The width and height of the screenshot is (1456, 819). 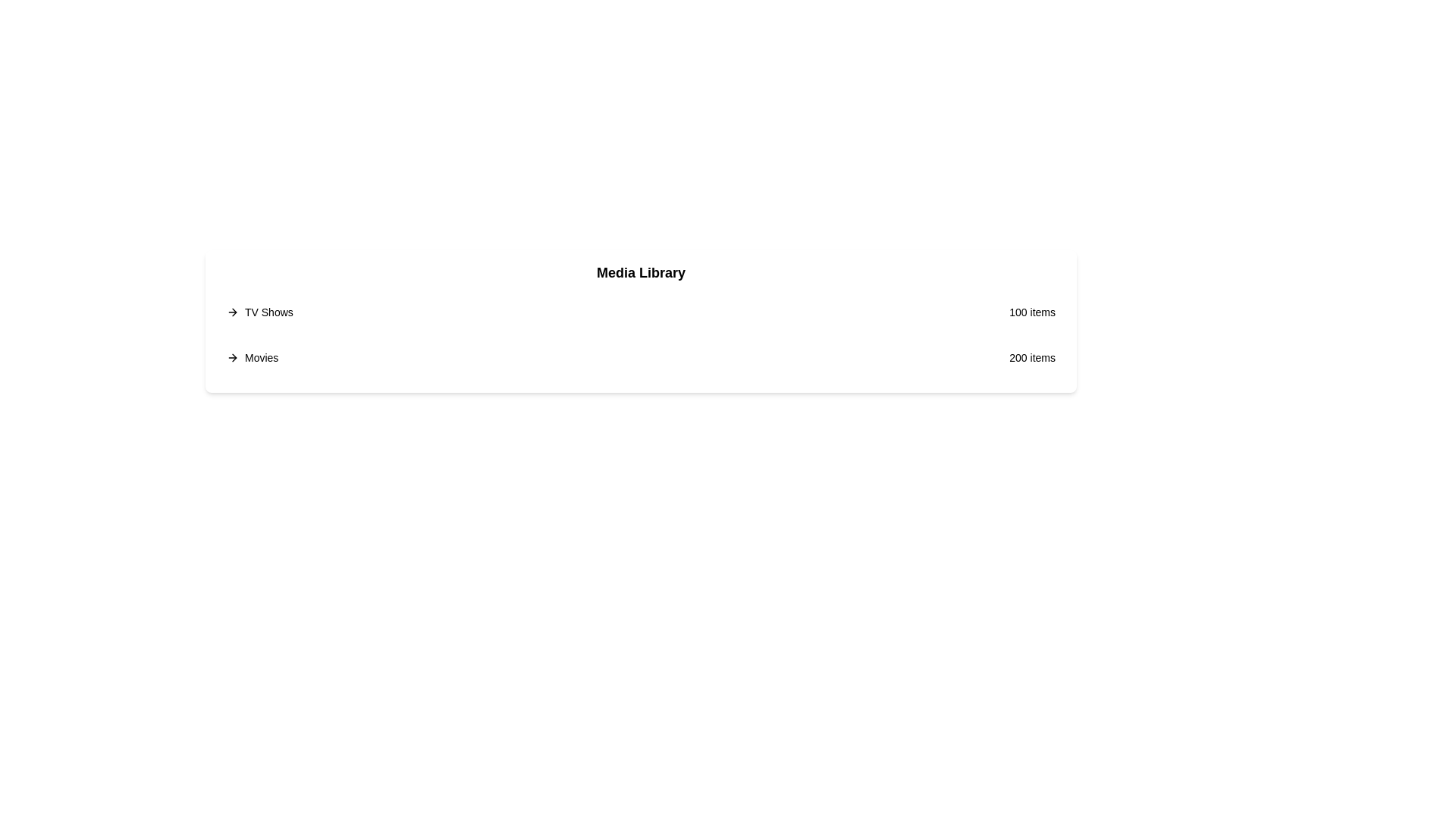 What do you see at coordinates (234, 312) in the screenshot?
I see `the arrow-shaped icon located to the left of the 'Movies' text, which serves as a navigation button in the list of items` at bounding box center [234, 312].